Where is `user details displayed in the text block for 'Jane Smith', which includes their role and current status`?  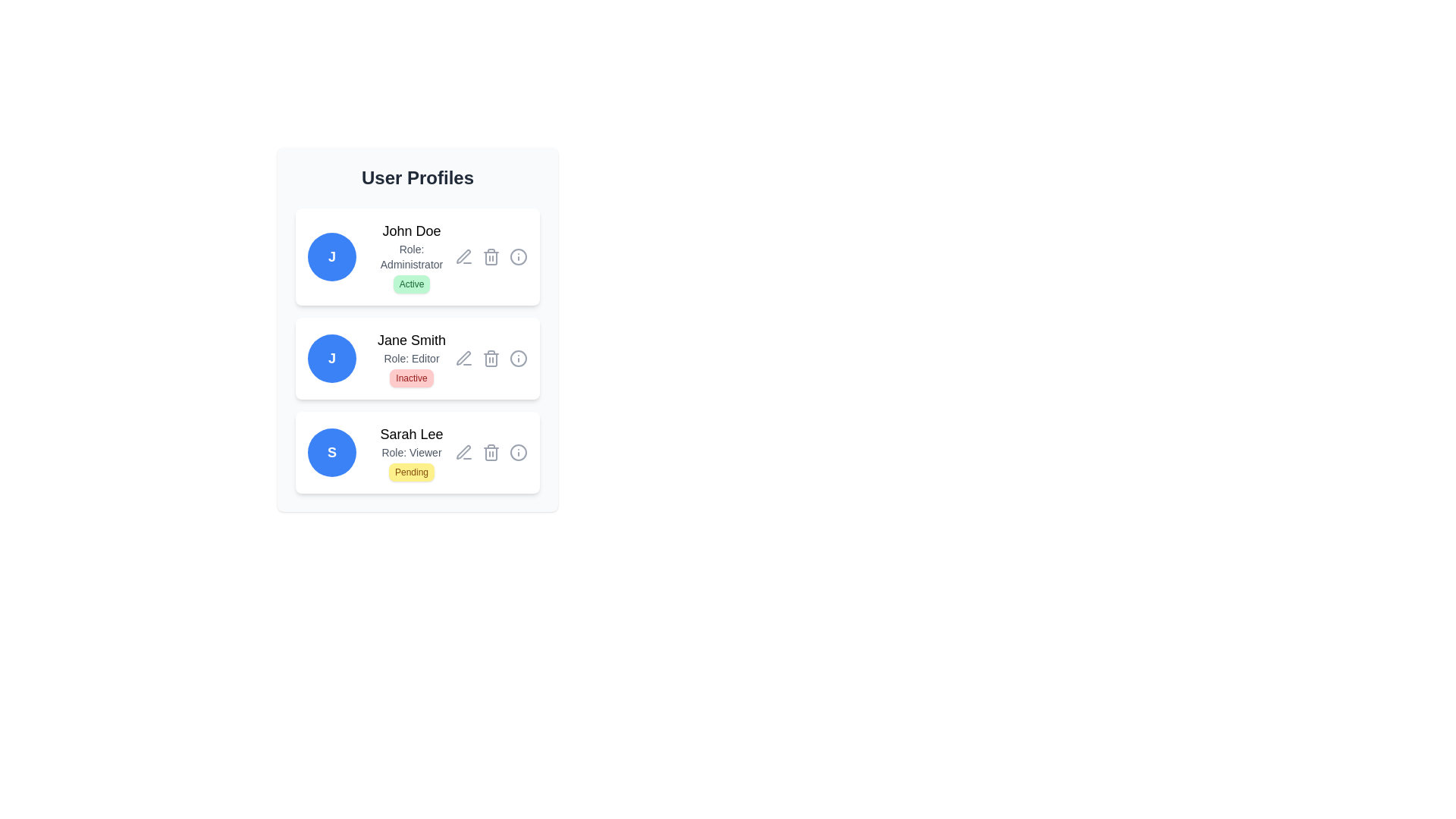 user details displayed in the text block for 'Jane Smith', which includes their role and current status is located at coordinates (411, 359).